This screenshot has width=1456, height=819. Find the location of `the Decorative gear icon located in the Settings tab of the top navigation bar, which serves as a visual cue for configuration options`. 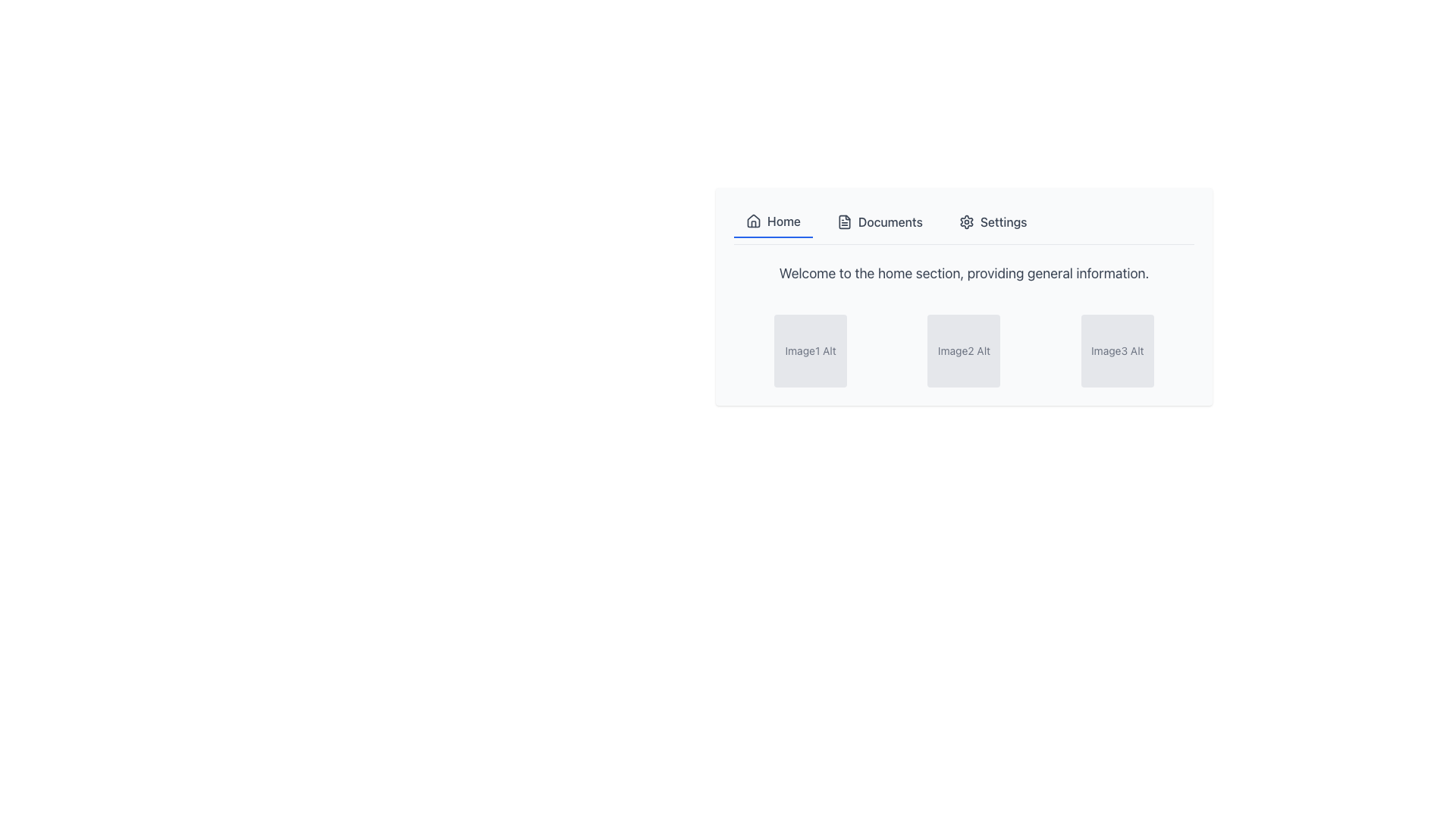

the Decorative gear icon located in the Settings tab of the top navigation bar, which serves as a visual cue for configuration options is located at coordinates (965, 222).